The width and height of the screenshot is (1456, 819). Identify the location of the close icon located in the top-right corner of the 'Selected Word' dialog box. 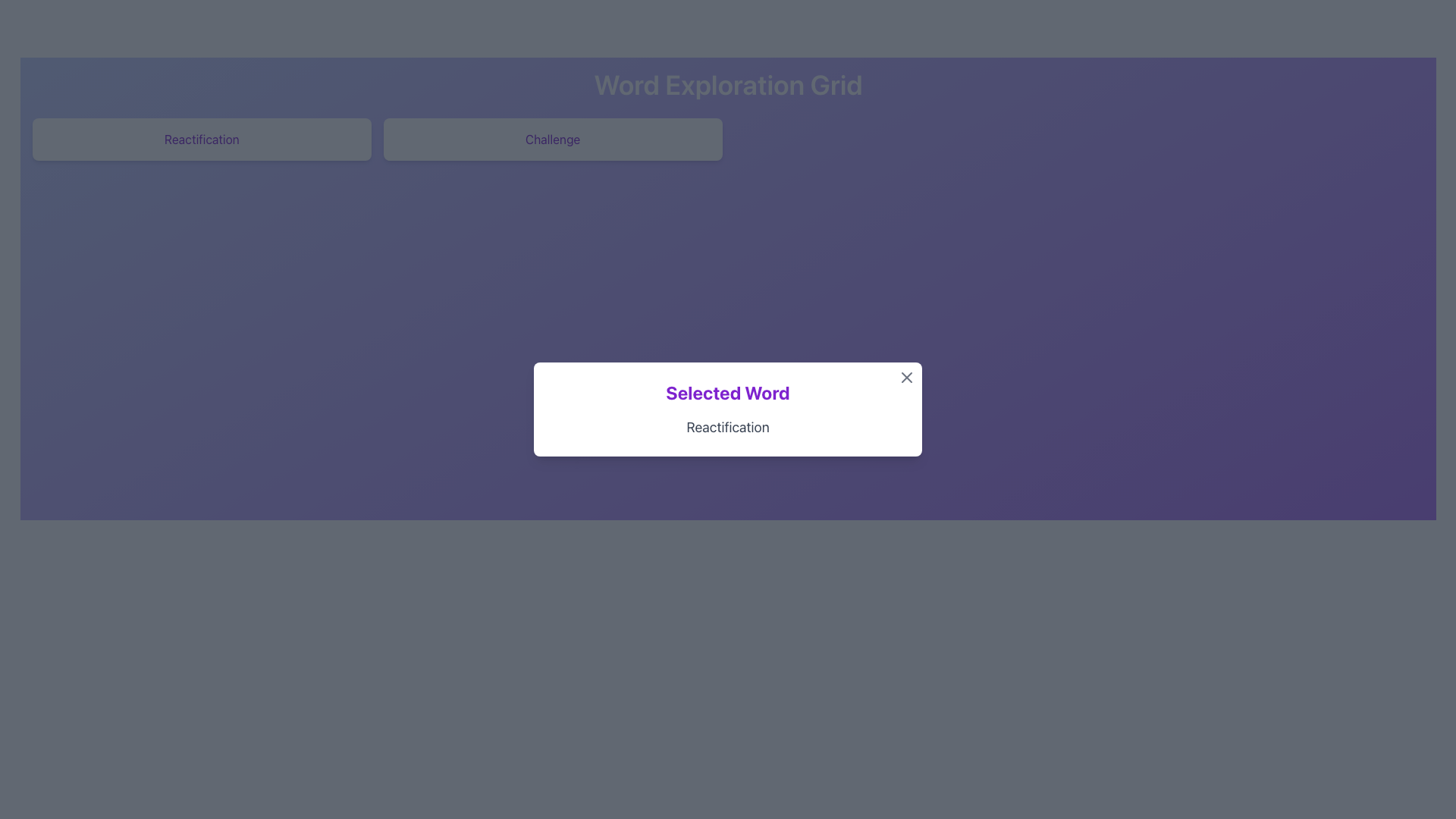
(906, 376).